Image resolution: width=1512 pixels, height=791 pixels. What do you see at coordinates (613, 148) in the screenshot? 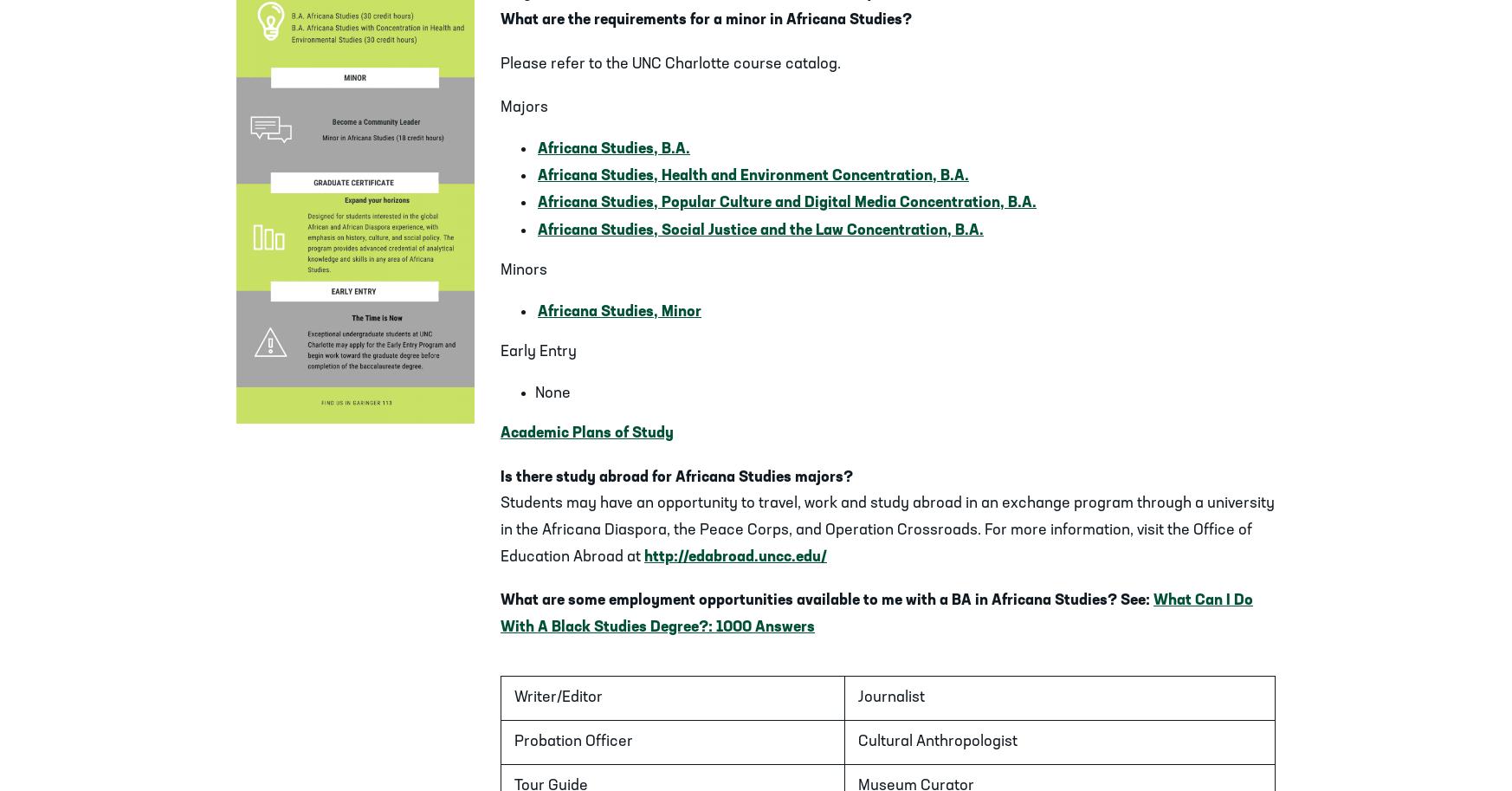
I see `'Africana Studies, B.A.'` at bounding box center [613, 148].